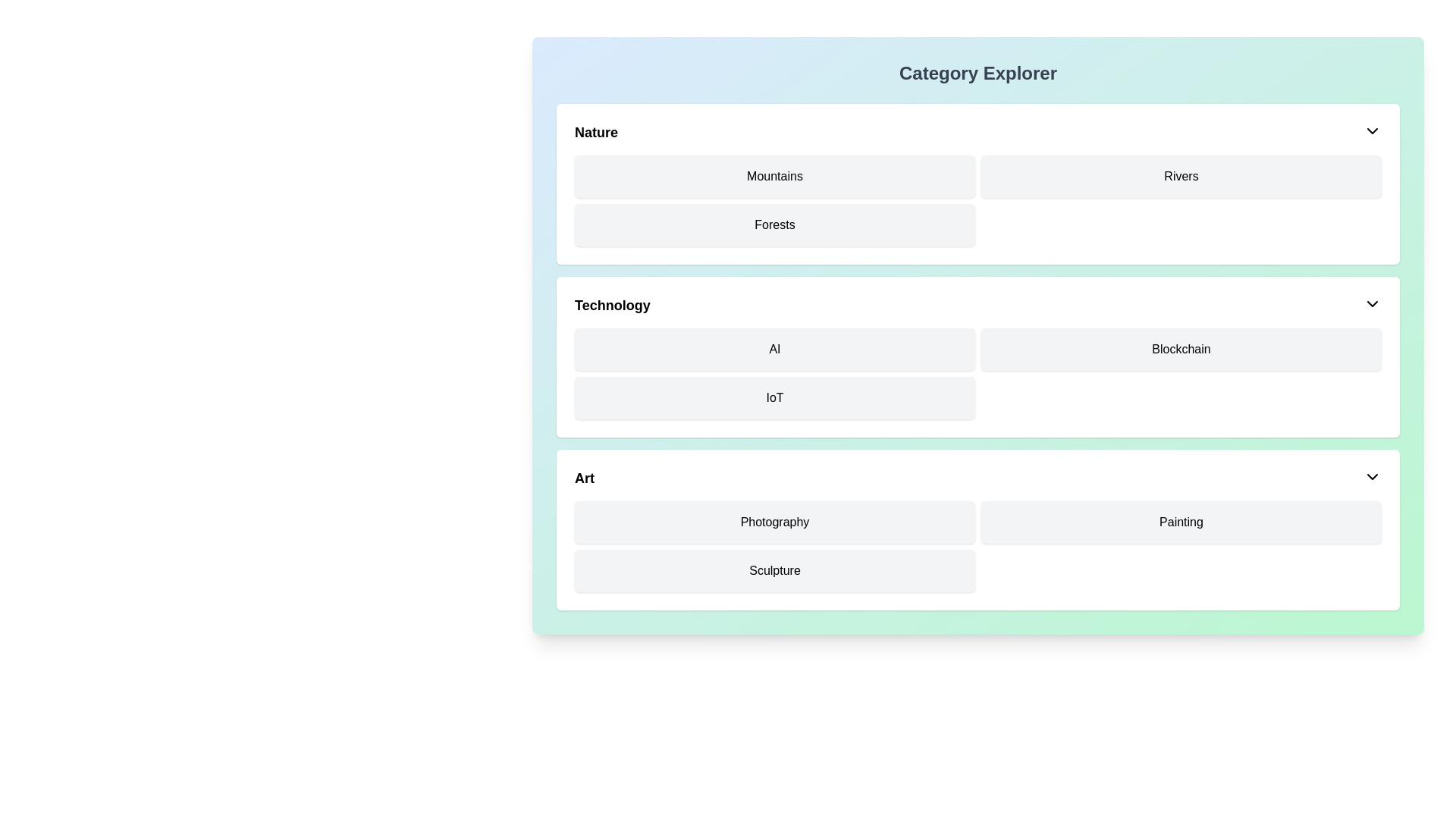  What do you see at coordinates (775, 175) in the screenshot?
I see `the 'Mountains' text label within the first row of the 'Nature' category` at bounding box center [775, 175].